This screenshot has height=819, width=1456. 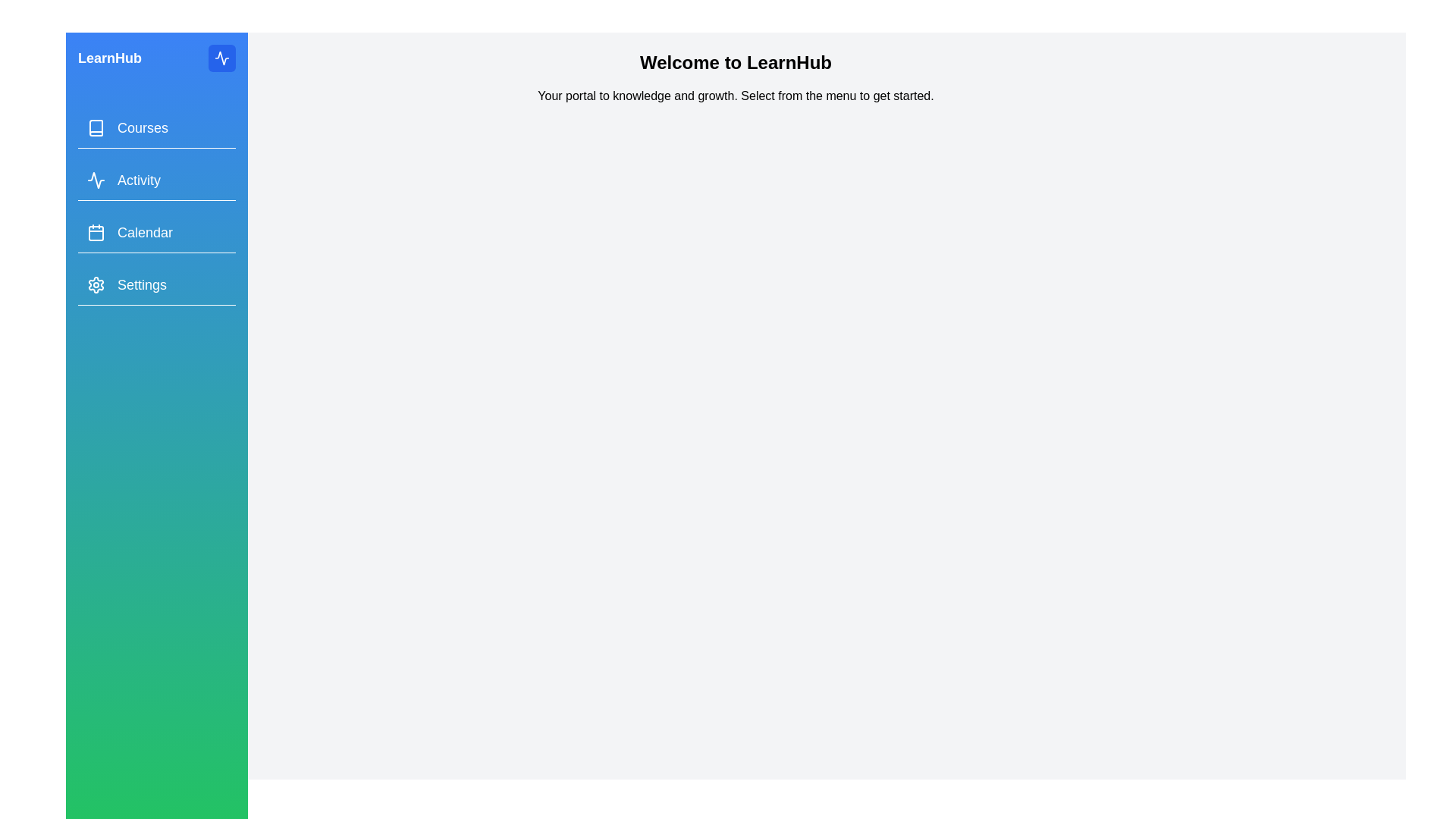 I want to click on the menu item Settings from the drawer, so click(x=156, y=285).